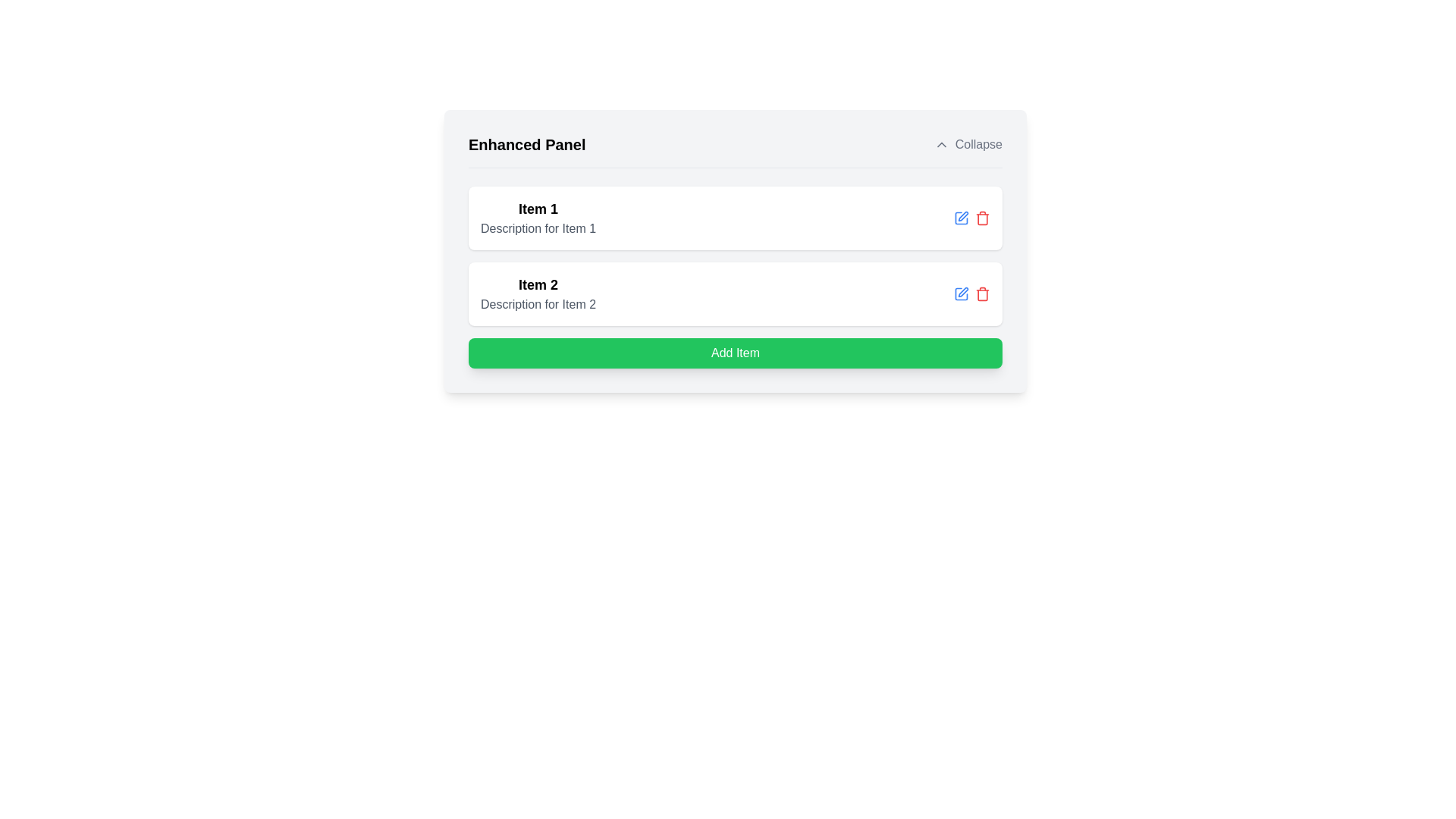 Image resolution: width=1456 pixels, height=819 pixels. I want to click on the upward-facing chevron icon (Chevron Up) located before the text 'Collapse' in the top-right corner of the interface header, so click(940, 145).